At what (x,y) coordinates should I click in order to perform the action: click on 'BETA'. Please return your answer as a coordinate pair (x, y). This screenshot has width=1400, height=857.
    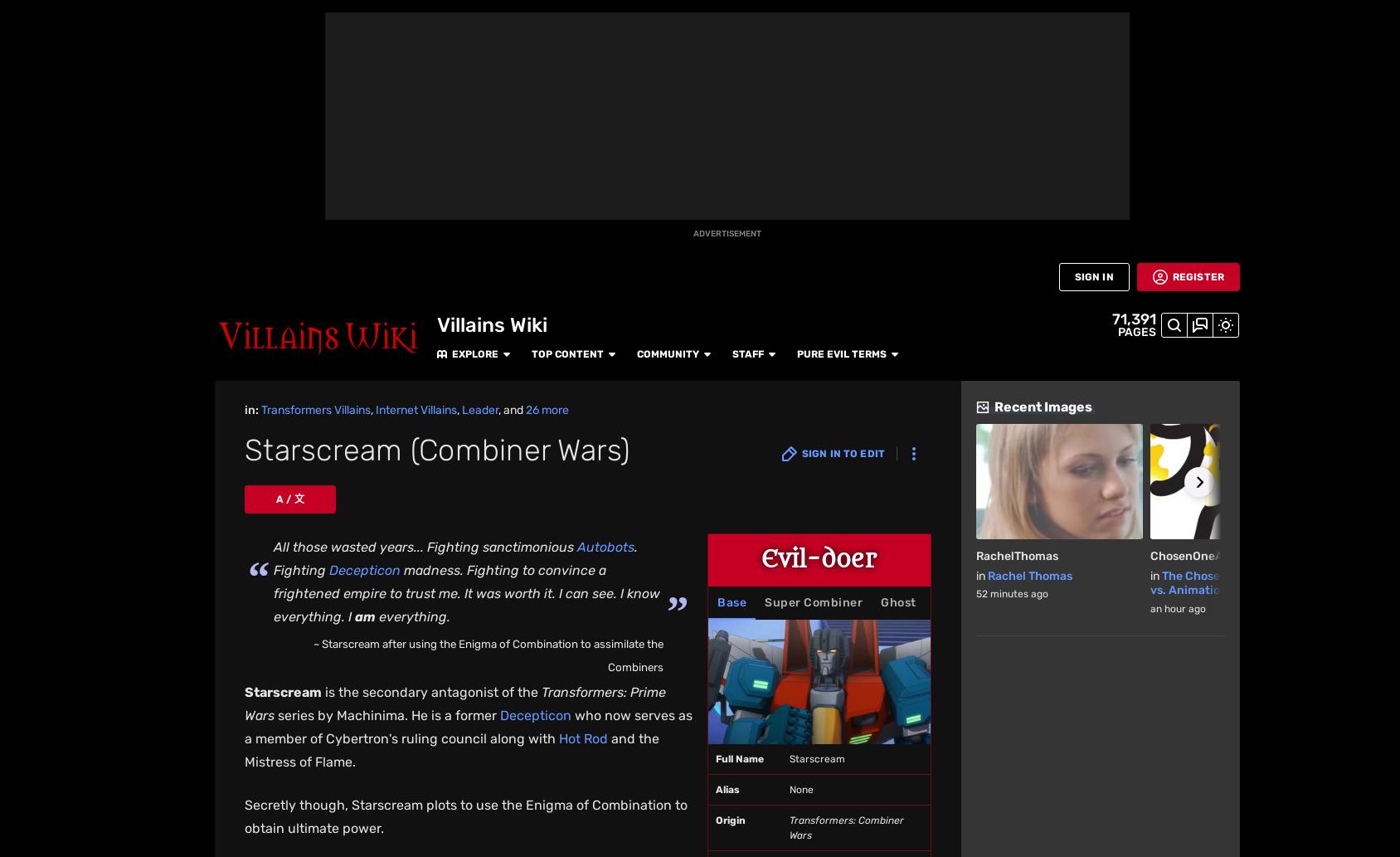
    Looking at the image, I should click on (17, 177).